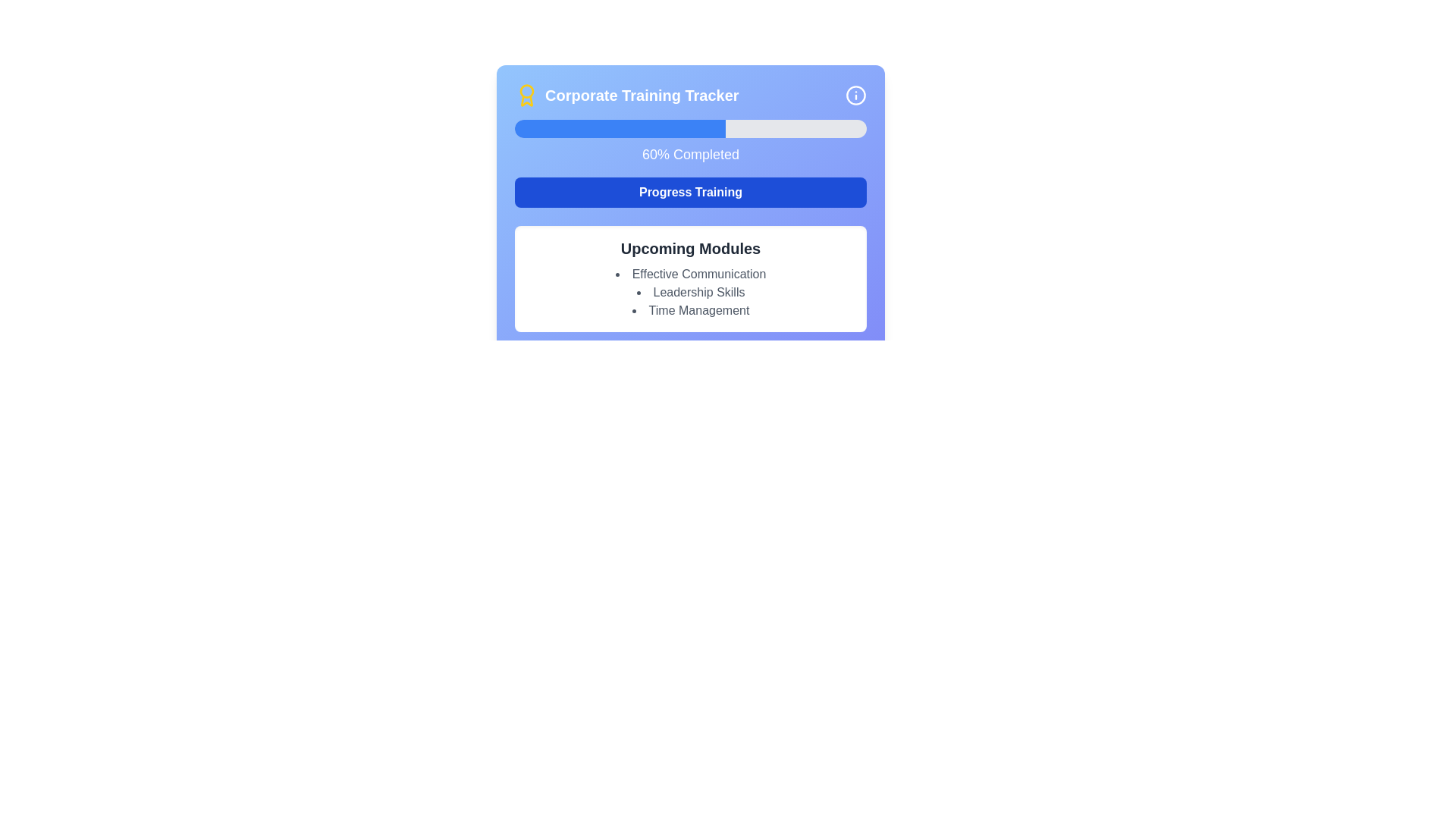 This screenshot has height=819, width=1456. What do you see at coordinates (690, 155) in the screenshot?
I see `the text label displaying '60% Completed' in a white sans-serif font, located in the center of the 'Corporate Training Tracker' card, positioned below the progress bar and above the 'Progress Training' button` at bounding box center [690, 155].